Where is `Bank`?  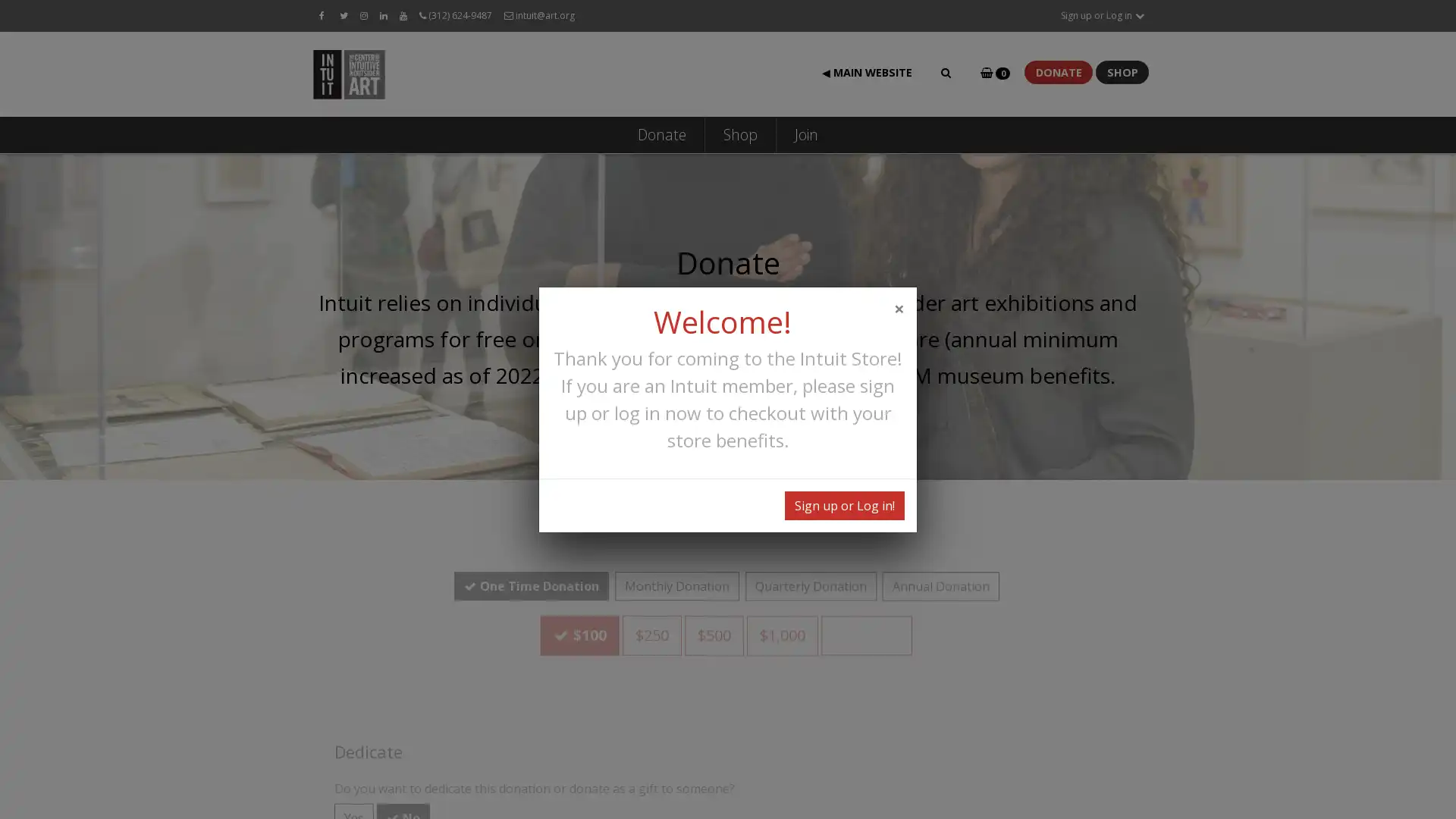
Bank is located at coordinates (1058, 705).